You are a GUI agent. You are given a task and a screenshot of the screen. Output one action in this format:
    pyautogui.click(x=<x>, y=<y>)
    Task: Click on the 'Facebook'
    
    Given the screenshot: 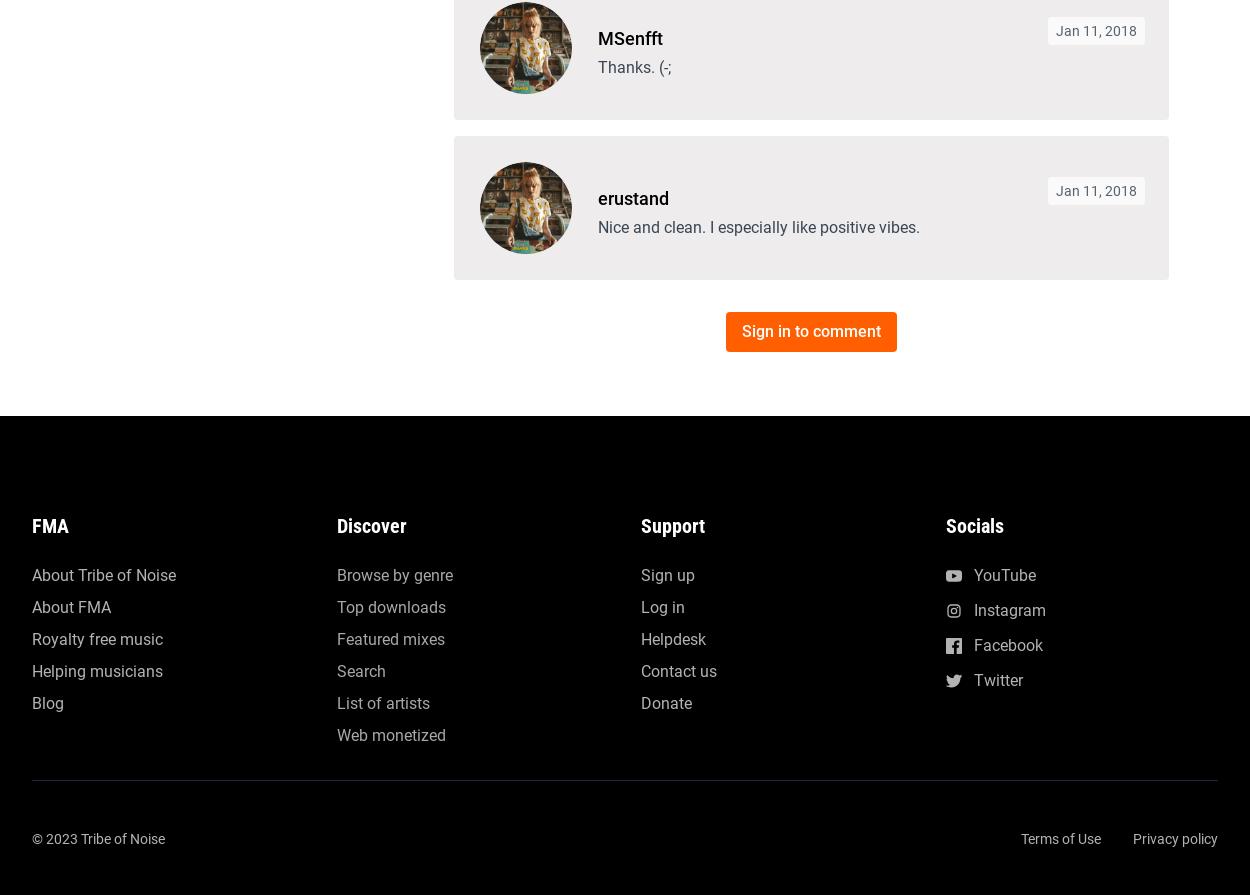 What is the action you would take?
    pyautogui.click(x=1007, y=9)
    